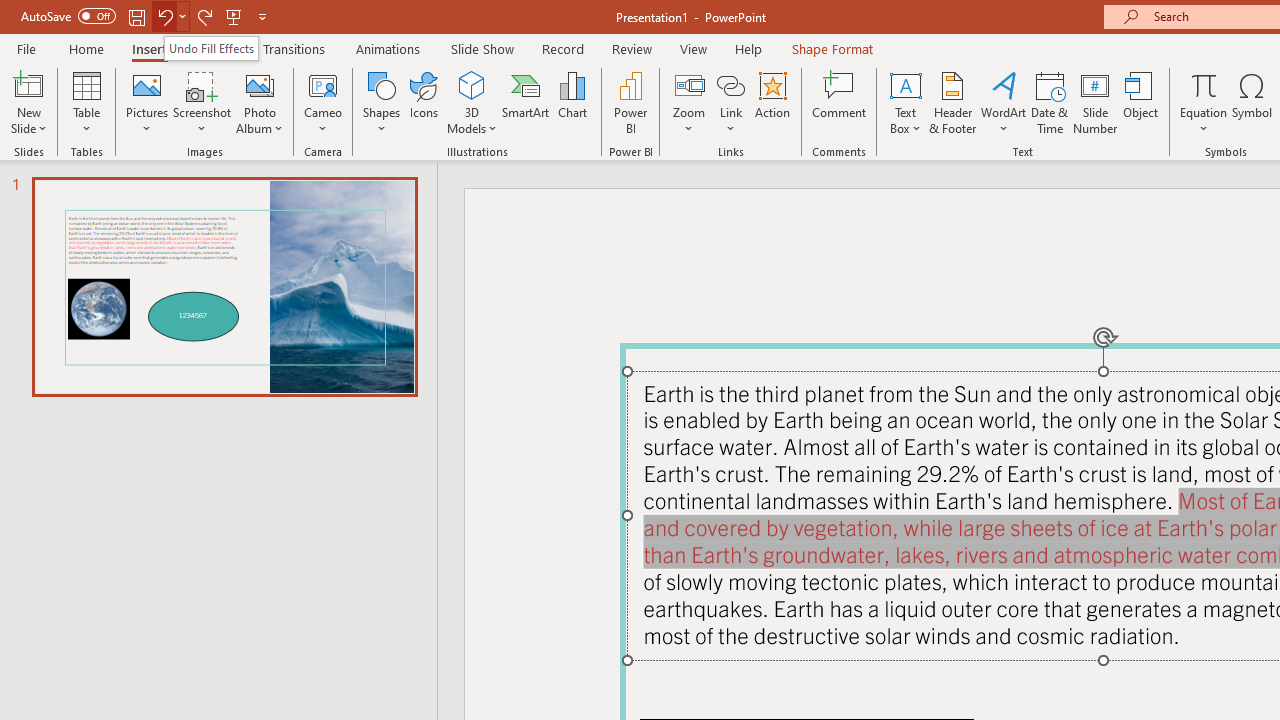  I want to click on 'Undo Fill Effects', so click(211, 47).